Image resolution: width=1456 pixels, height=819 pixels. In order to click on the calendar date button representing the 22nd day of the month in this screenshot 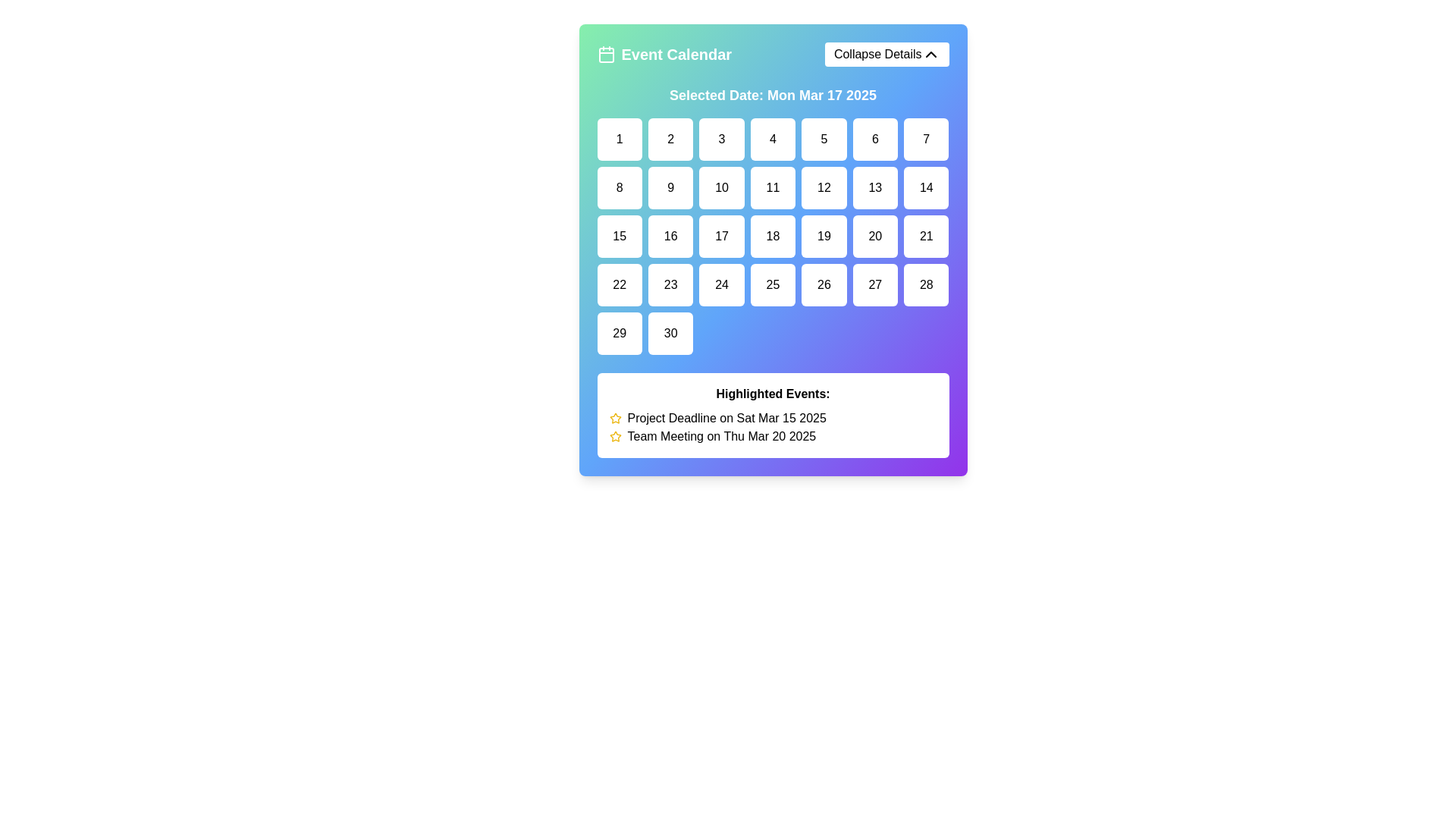, I will do `click(620, 284)`.